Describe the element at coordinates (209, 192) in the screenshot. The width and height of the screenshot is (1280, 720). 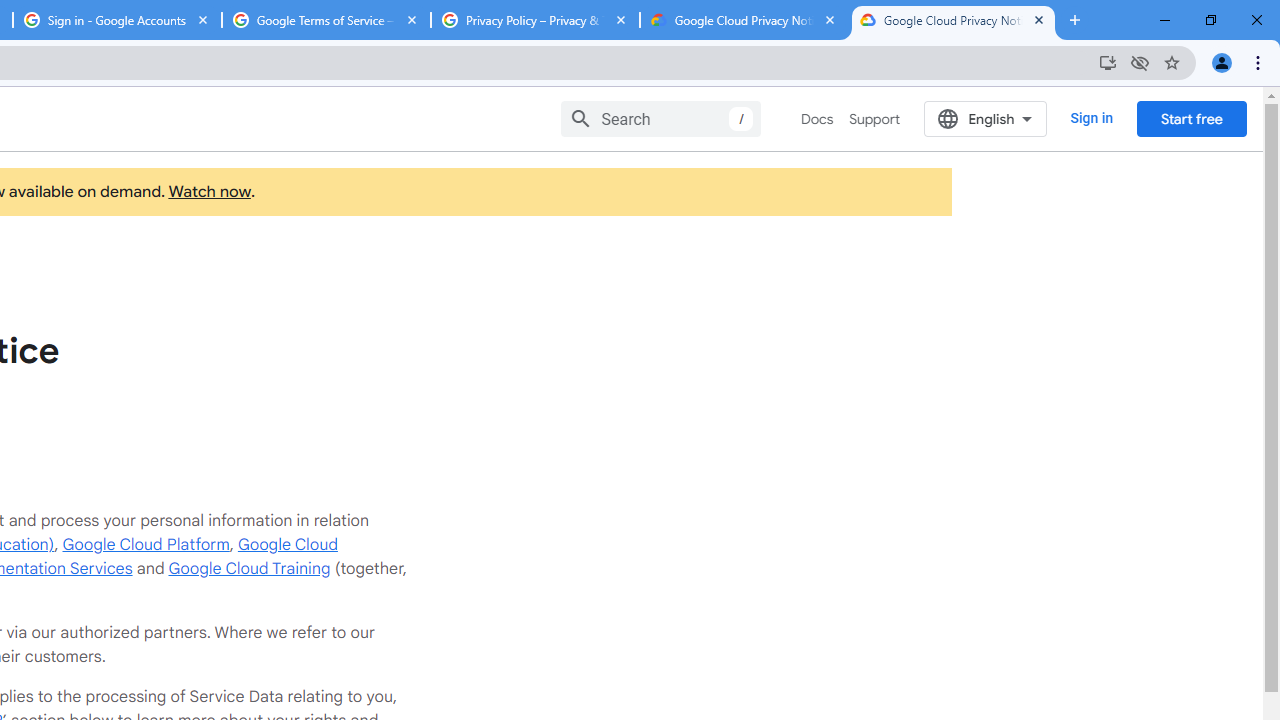
I see `'Watch now'` at that location.